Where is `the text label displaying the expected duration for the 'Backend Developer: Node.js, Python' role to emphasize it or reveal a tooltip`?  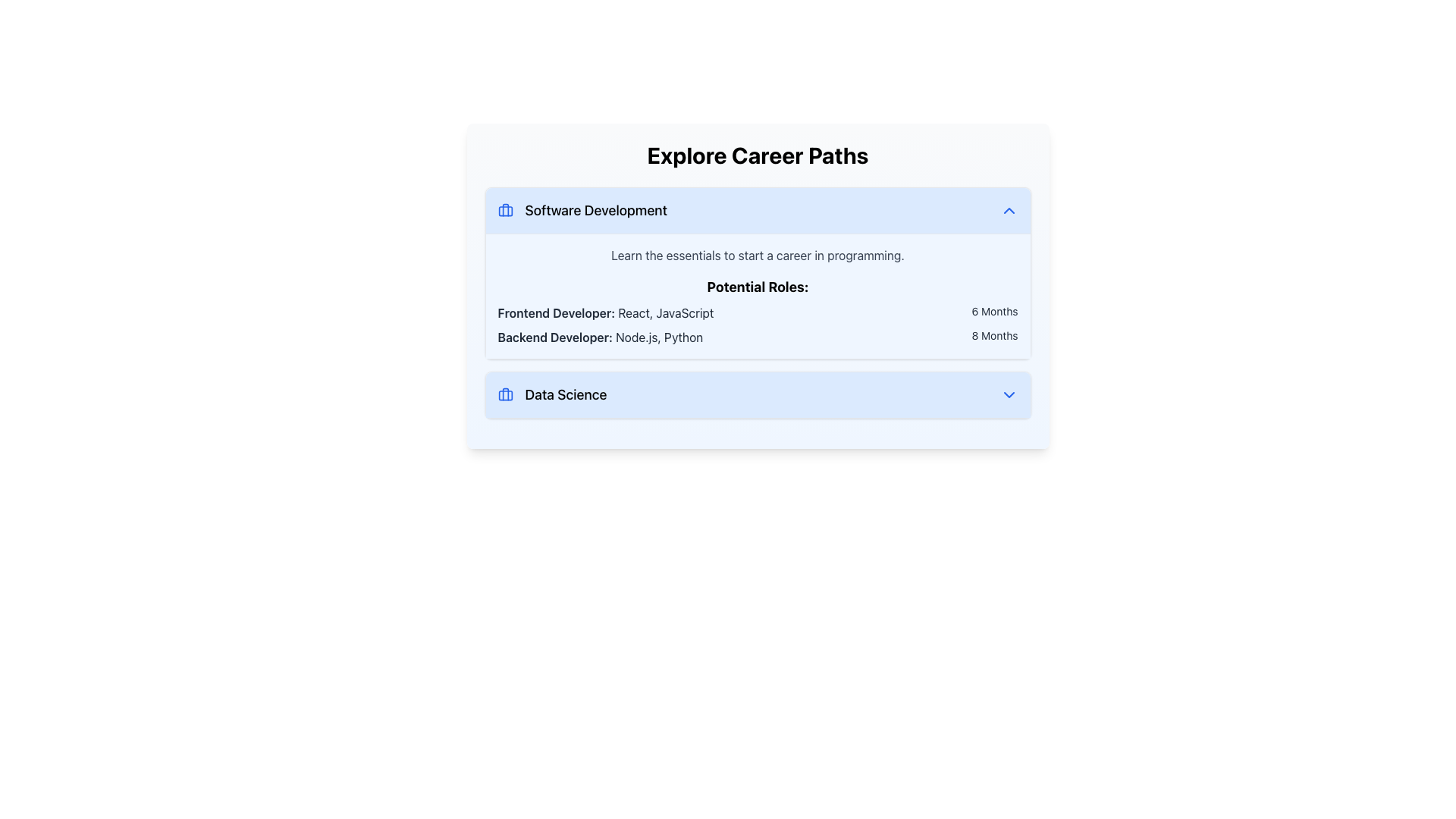 the text label displaying the expected duration for the 'Backend Developer: Node.js, Python' role to emphasize it or reveal a tooltip is located at coordinates (994, 336).